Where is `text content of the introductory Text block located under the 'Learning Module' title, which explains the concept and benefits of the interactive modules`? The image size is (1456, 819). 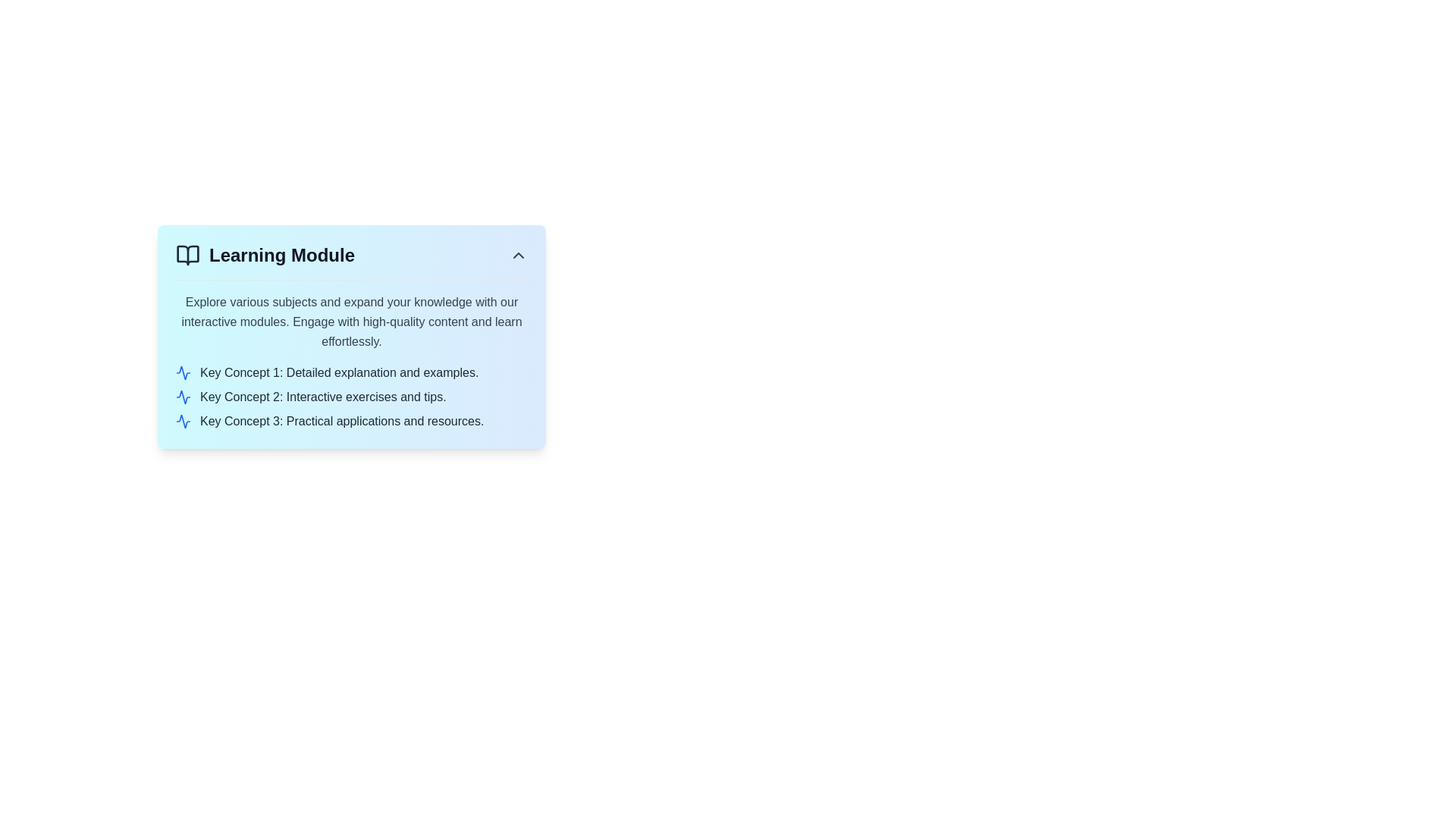 text content of the introductory Text block located under the 'Learning Module' title, which explains the concept and benefits of the interactive modules is located at coordinates (351, 321).